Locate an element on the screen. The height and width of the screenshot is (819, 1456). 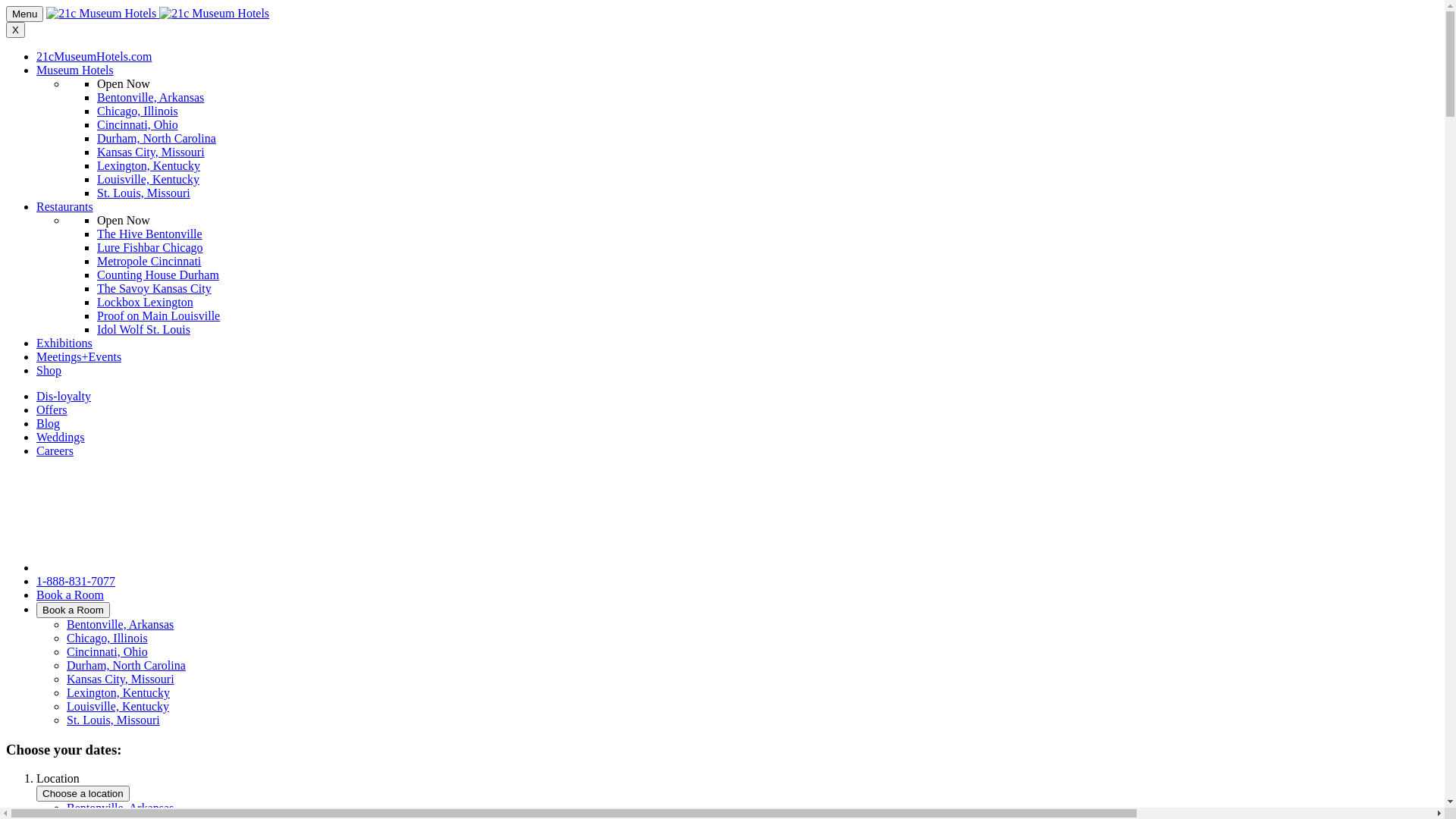
'St. Louis, Missouri' is located at coordinates (112, 719).